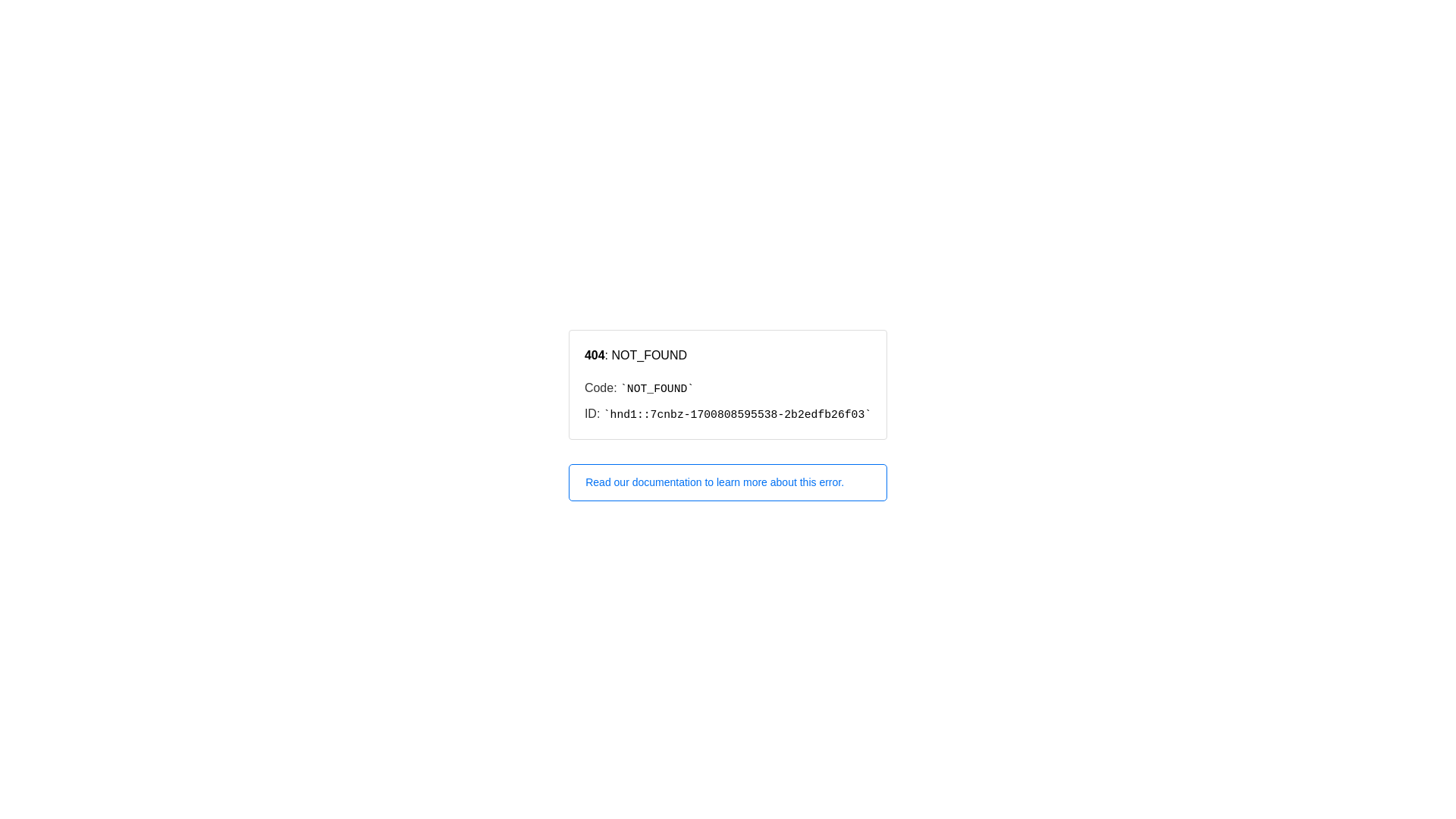 Image resolution: width=1456 pixels, height=819 pixels. I want to click on 'Read our documentation to learn more about this error.', so click(728, 482).